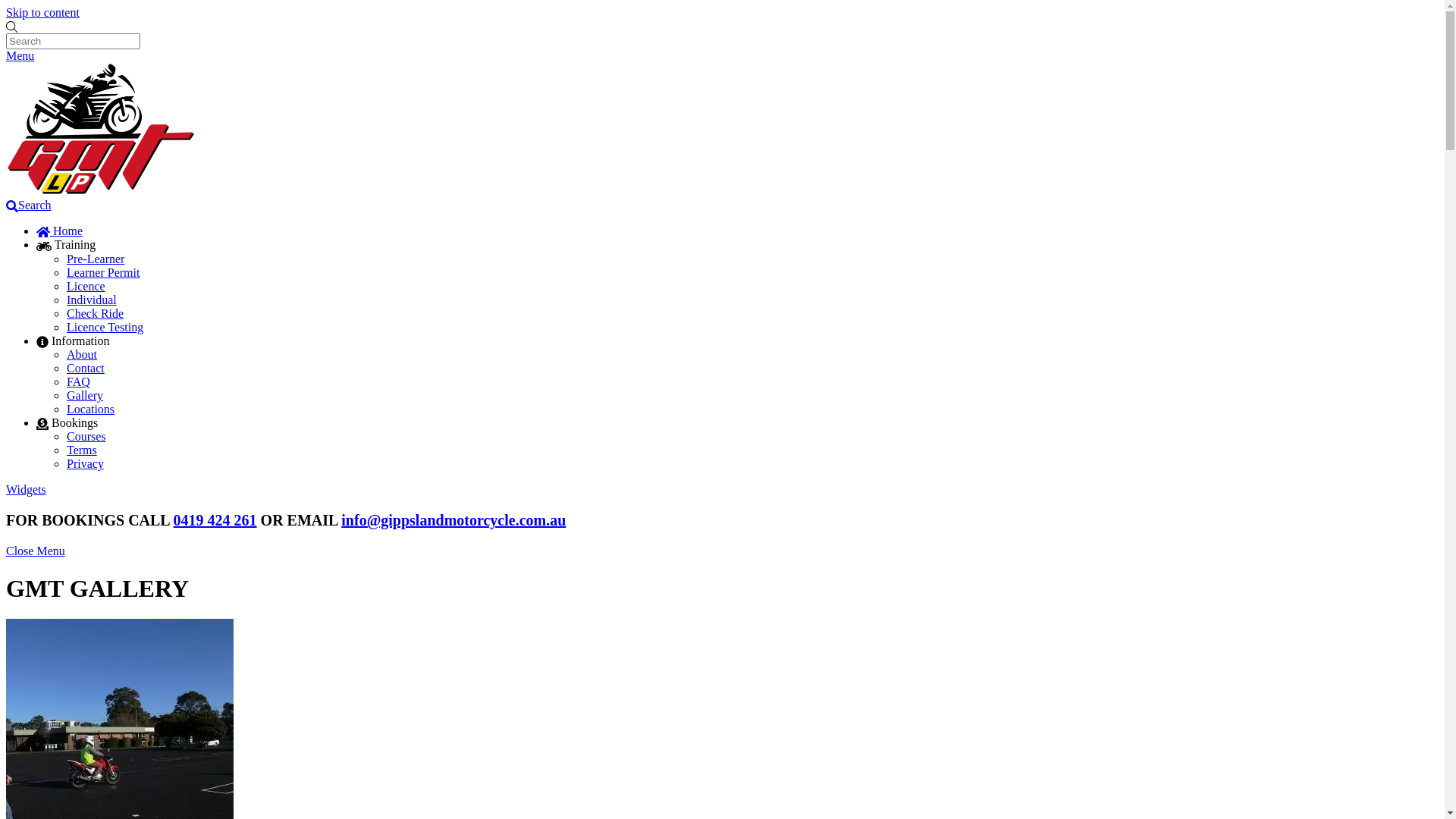 Image resolution: width=1456 pixels, height=819 pixels. Describe the element at coordinates (64, 243) in the screenshot. I see `'Training'` at that location.